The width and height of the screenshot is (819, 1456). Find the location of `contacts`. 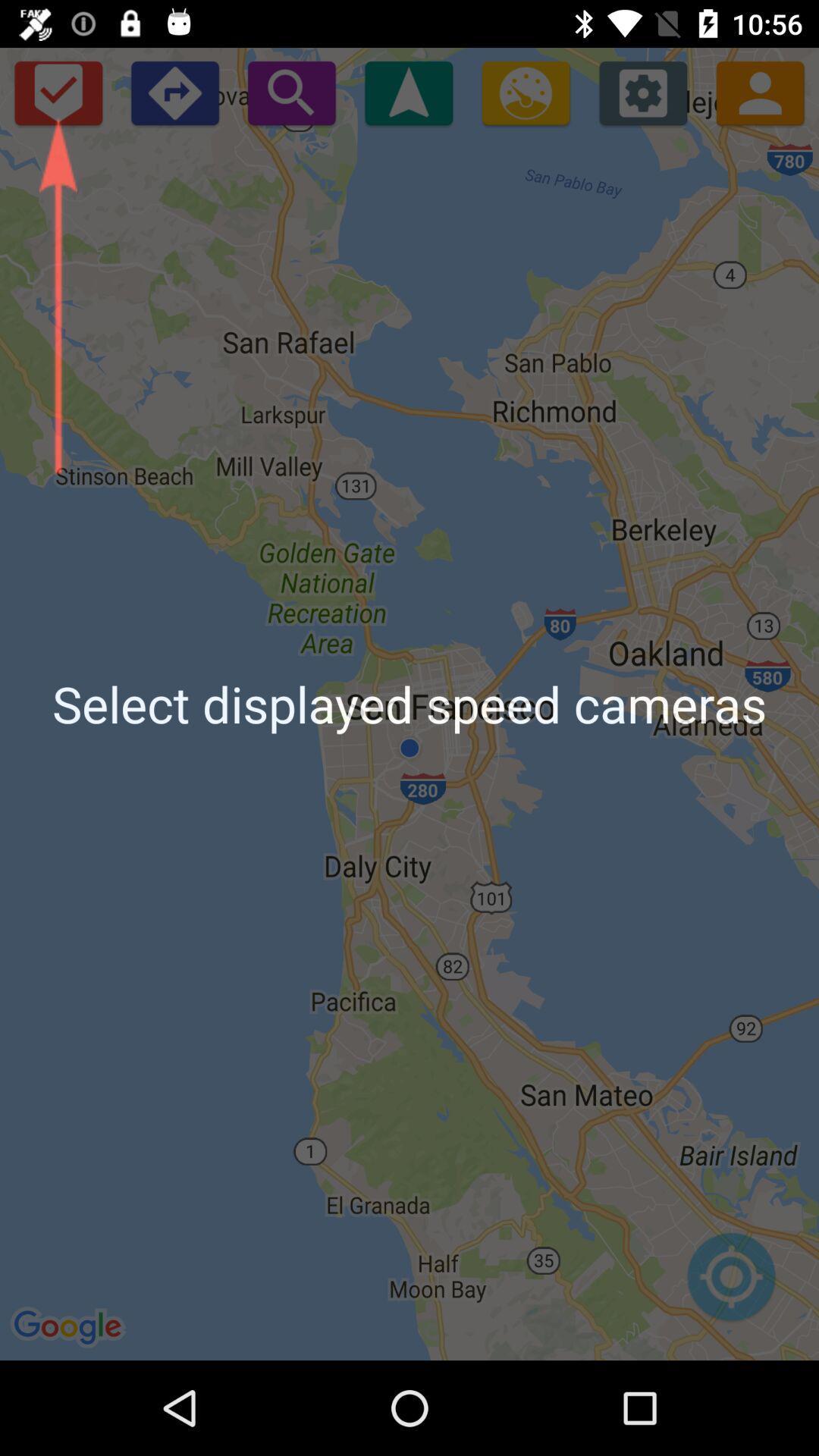

contacts is located at coordinates (760, 92).